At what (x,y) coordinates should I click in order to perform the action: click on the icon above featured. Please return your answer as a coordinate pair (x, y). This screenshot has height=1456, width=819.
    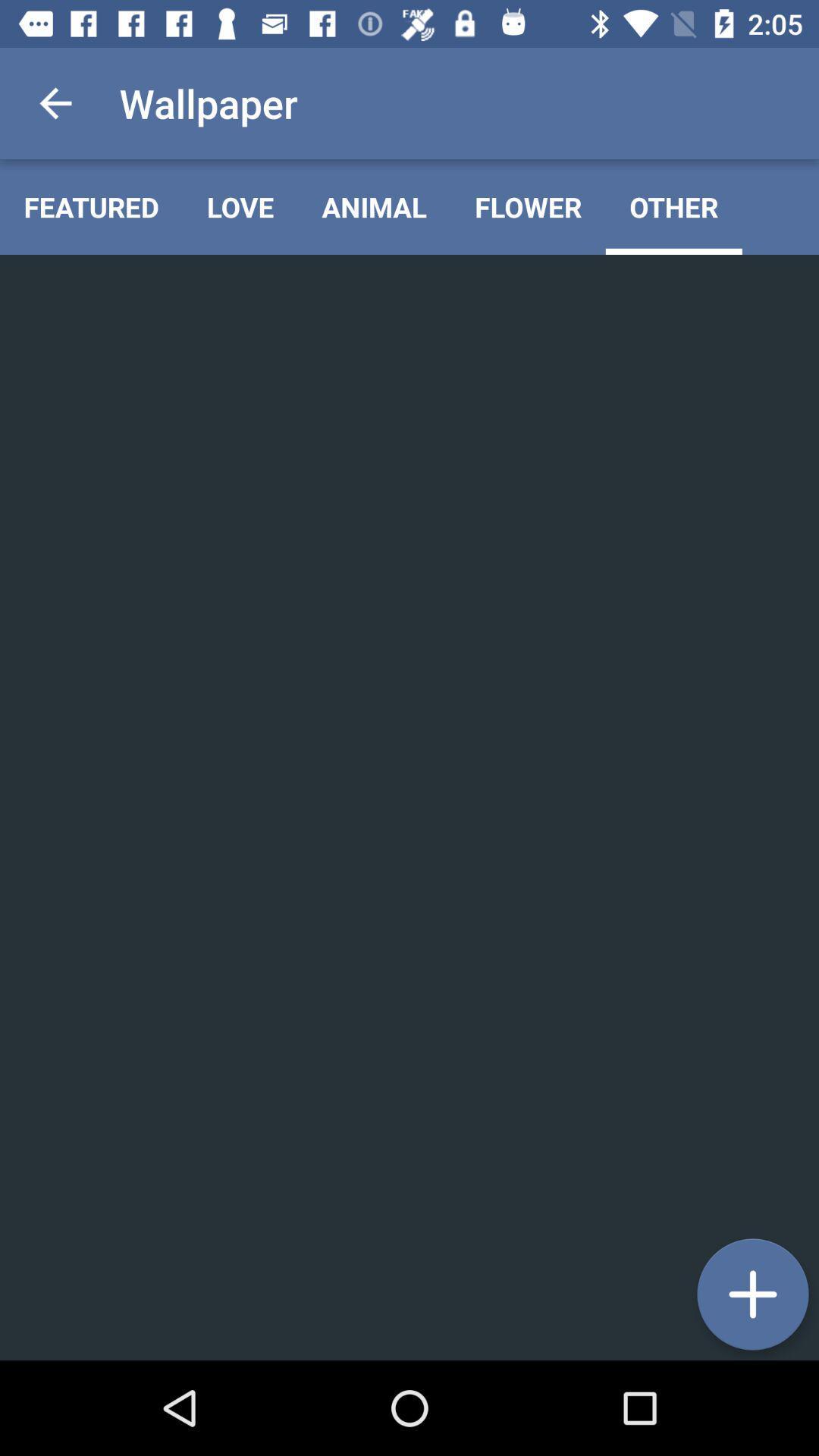
    Looking at the image, I should click on (55, 102).